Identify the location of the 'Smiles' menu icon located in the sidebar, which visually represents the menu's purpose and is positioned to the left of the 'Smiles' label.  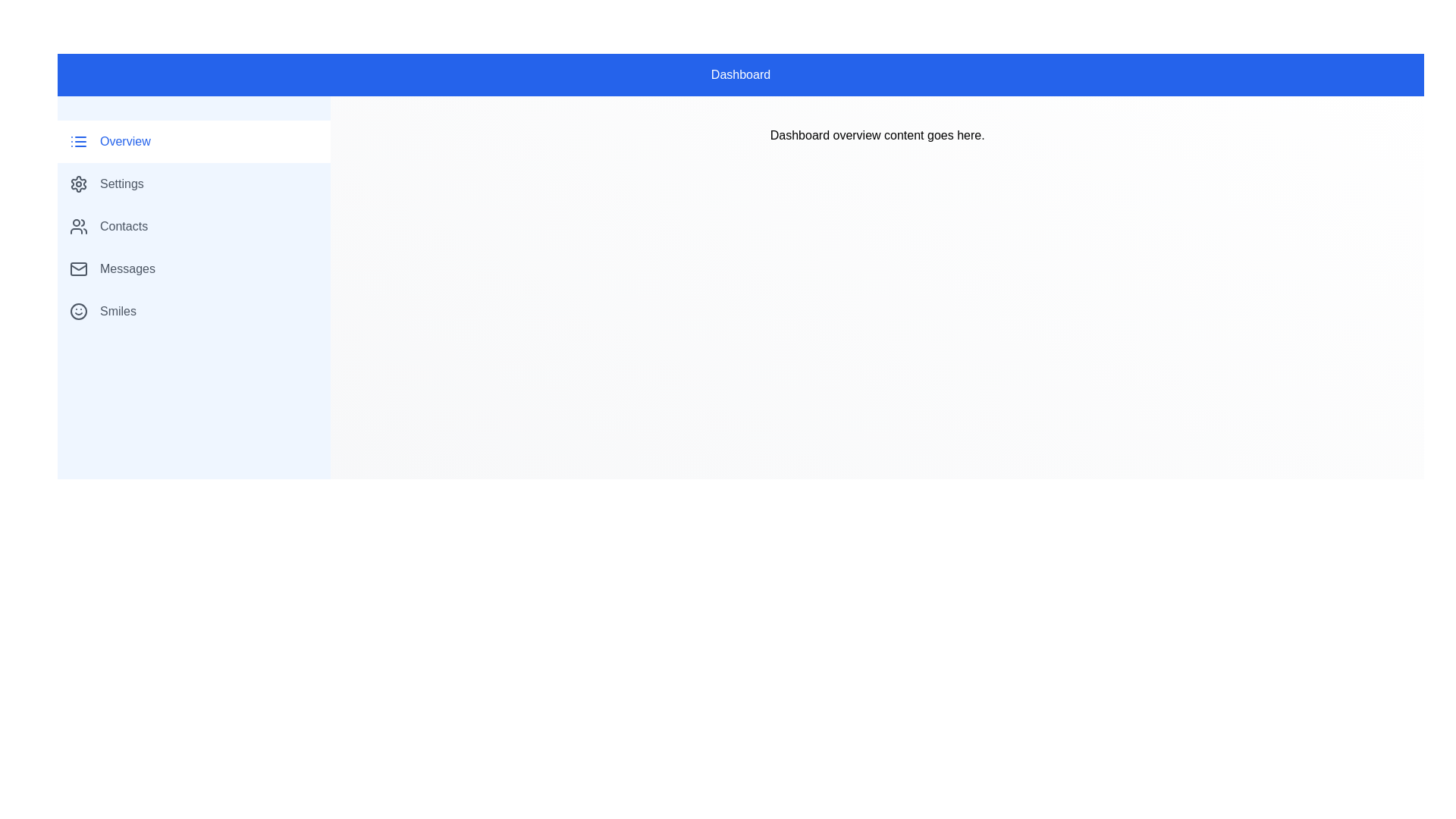
(78, 311).